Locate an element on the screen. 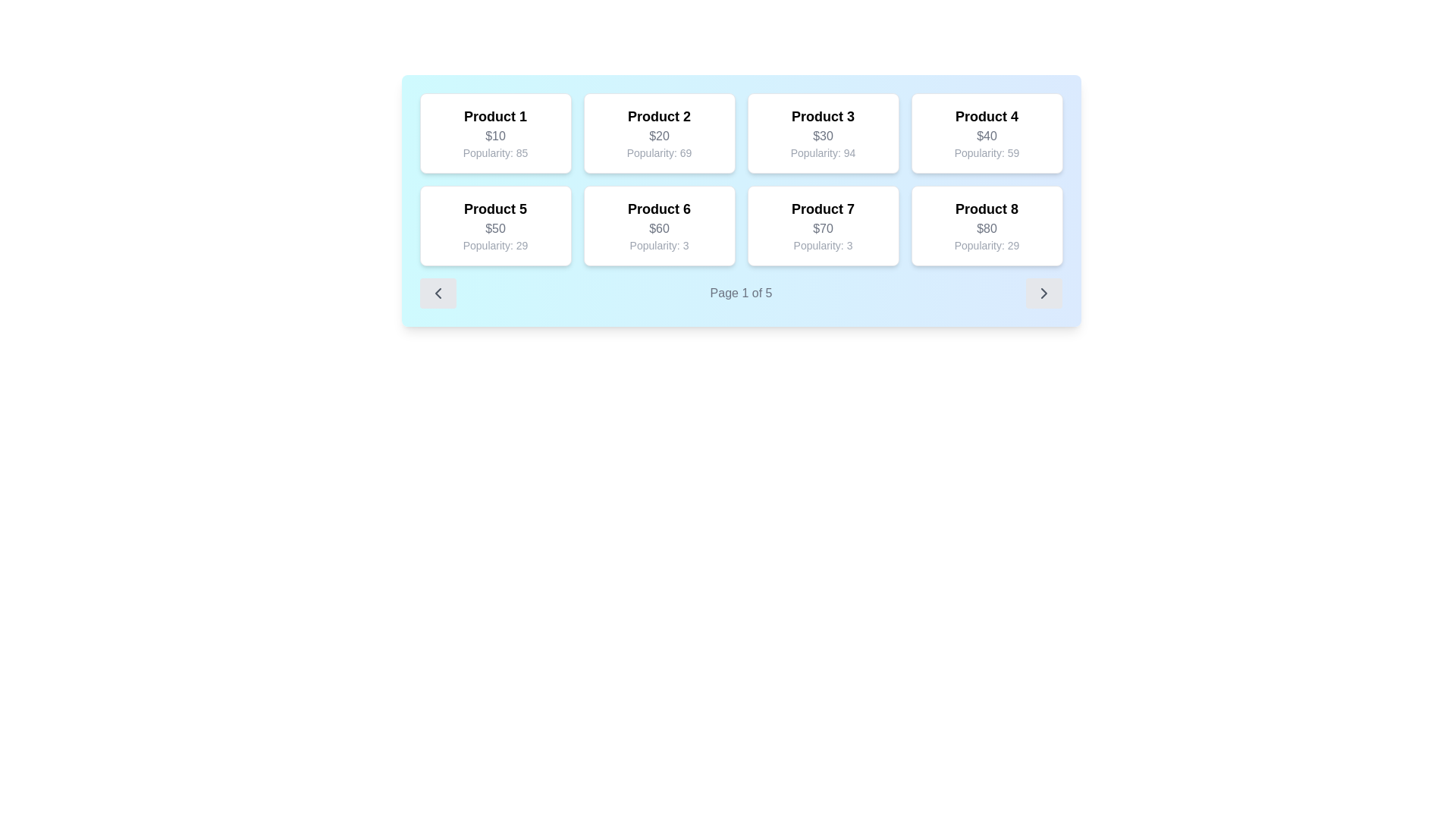  the popularity information label for 'Product 4' located in the top-right section of the grid is located at coordinates (987, 152).